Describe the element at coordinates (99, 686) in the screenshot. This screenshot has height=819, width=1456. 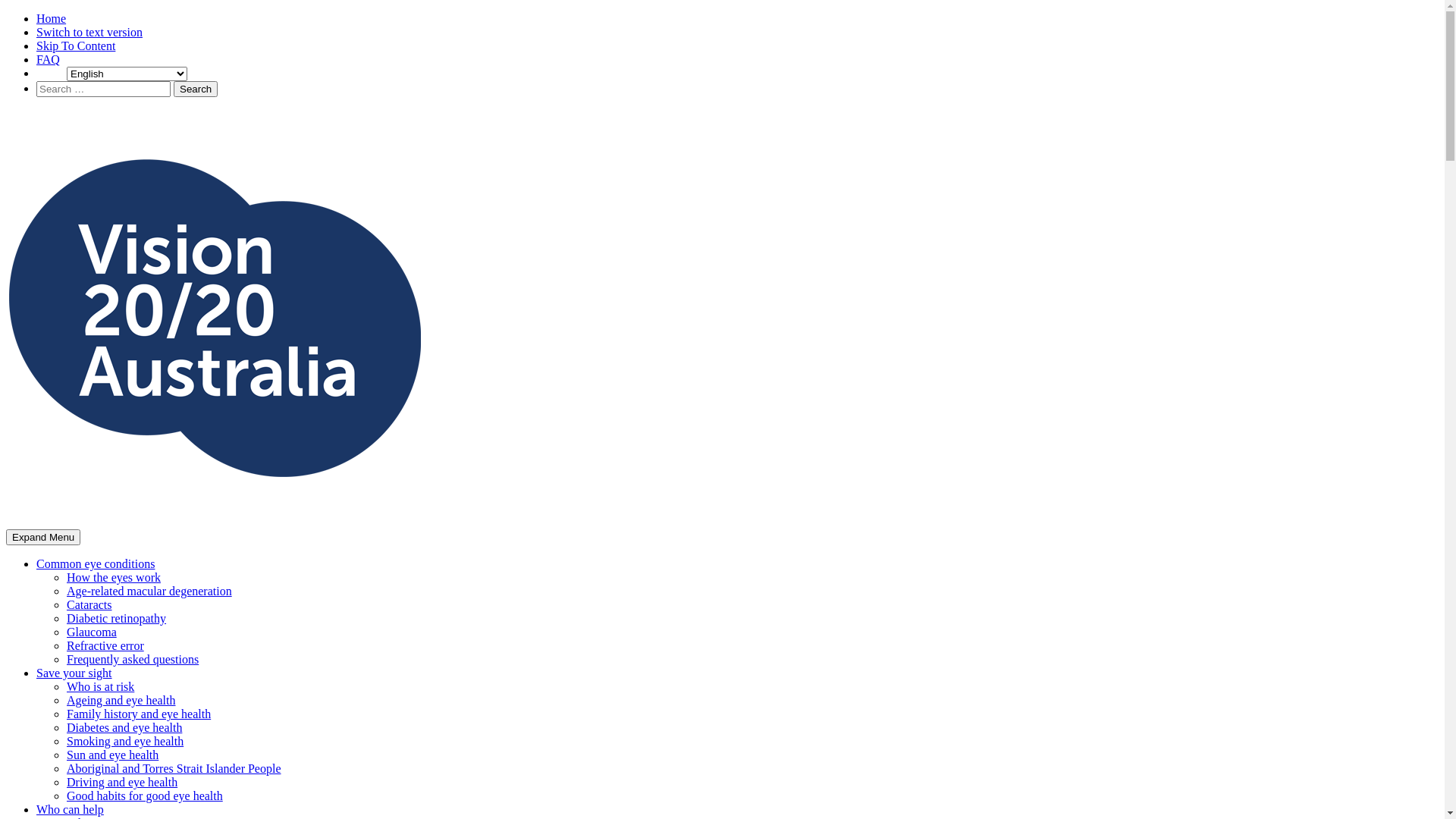
I see `'Who is at risk'` at that location.